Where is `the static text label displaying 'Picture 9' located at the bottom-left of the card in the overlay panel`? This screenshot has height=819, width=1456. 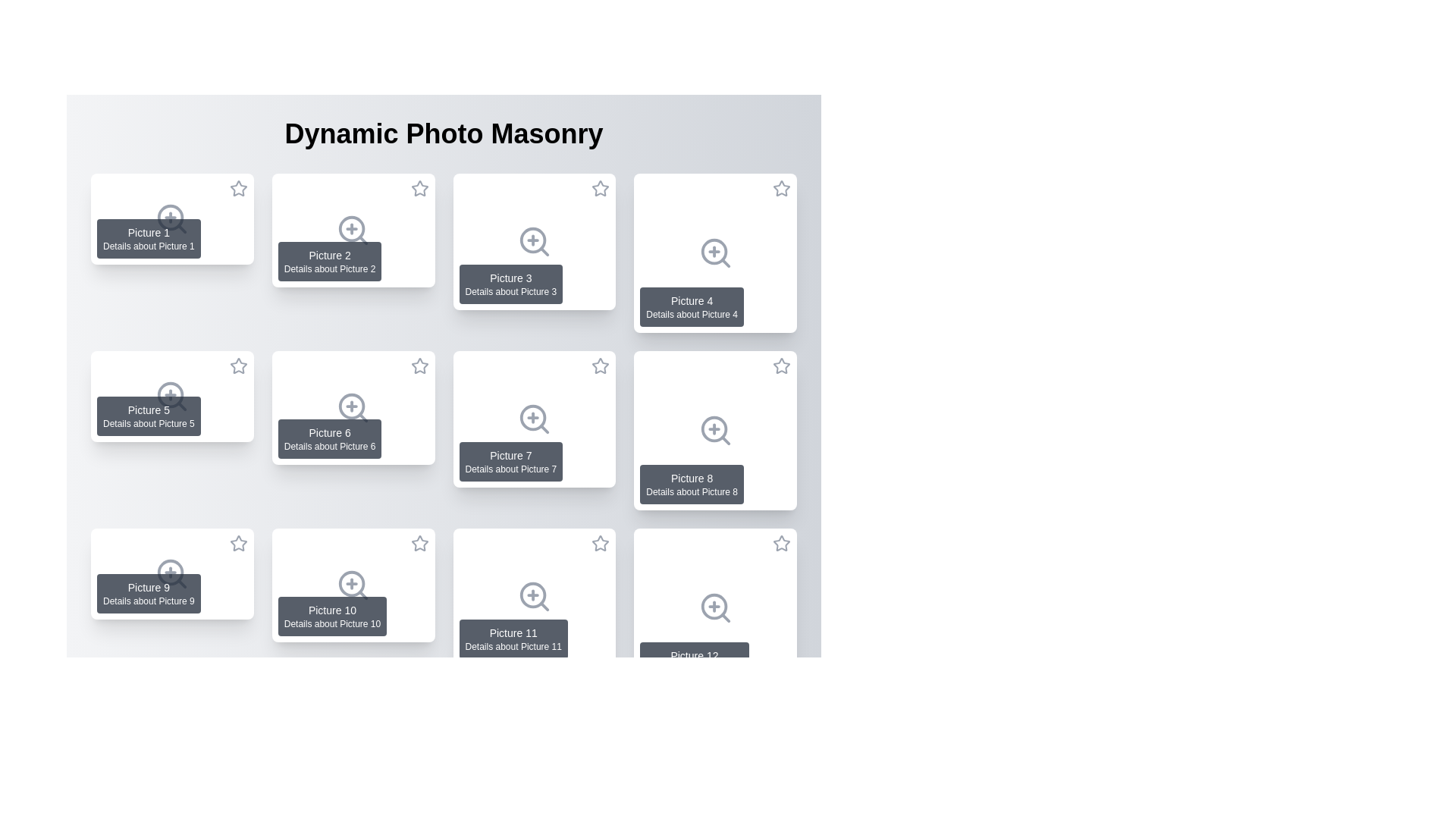 the static text label displaying 'Picture 9' located at the bottom-left of the card in the overlay panel is located at coordinates (149, 587).